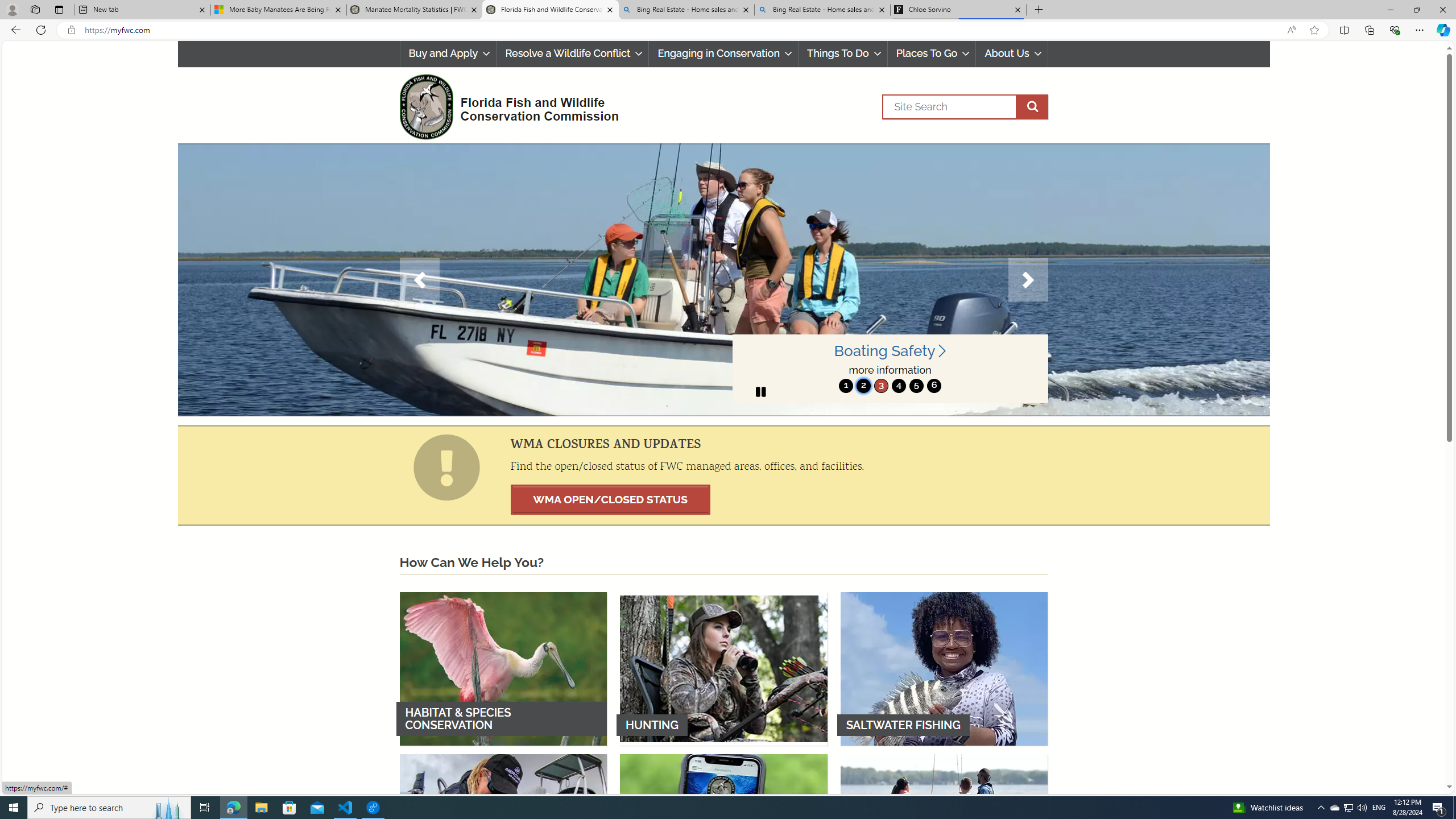 The height and width of the screenshot is (819, 1456). I want to click on '3', so click(880, 385).